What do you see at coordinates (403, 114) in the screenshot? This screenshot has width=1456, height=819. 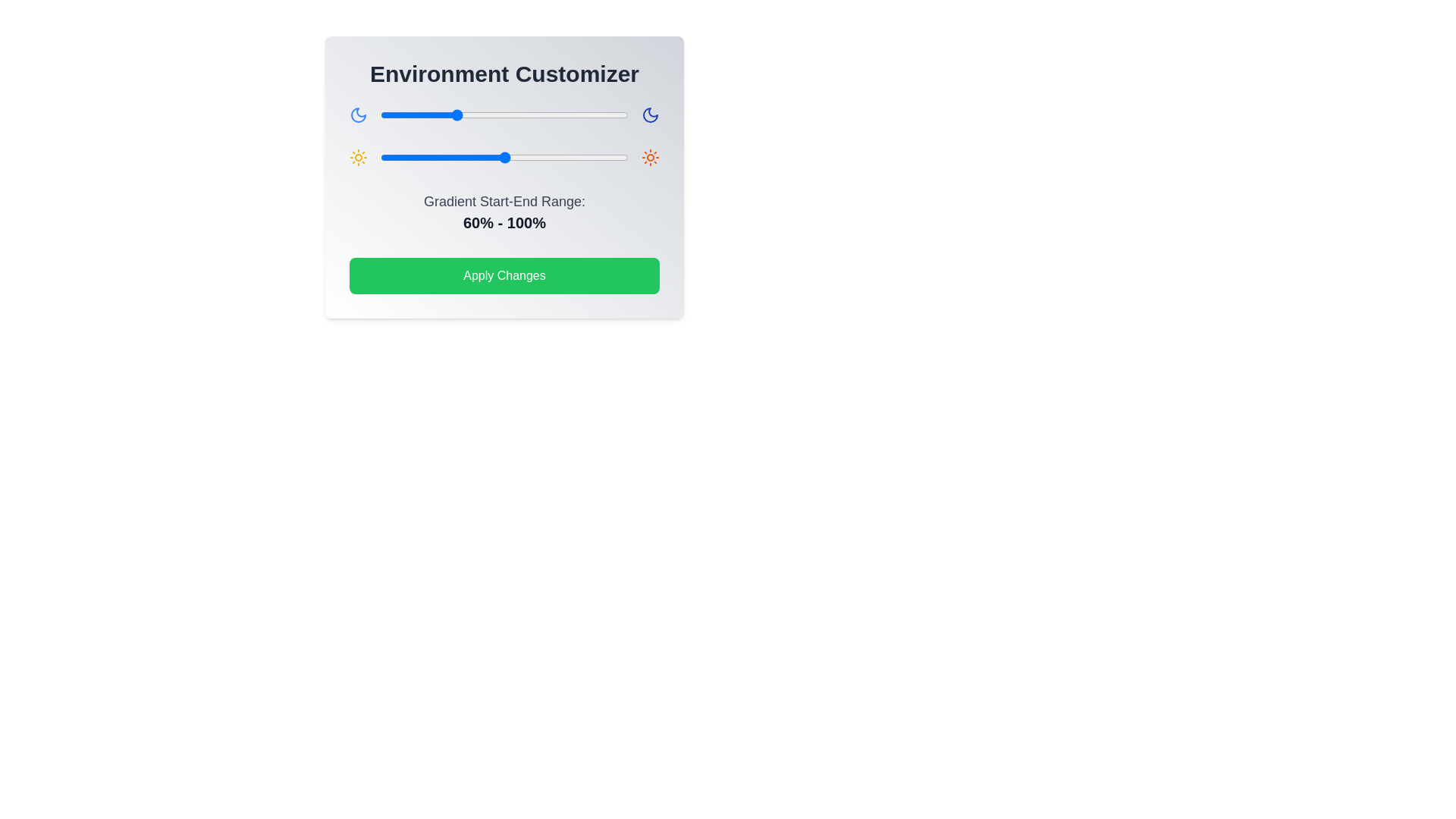 I see `the gradient slider 0 to 18` at bounding box center [403, 114].